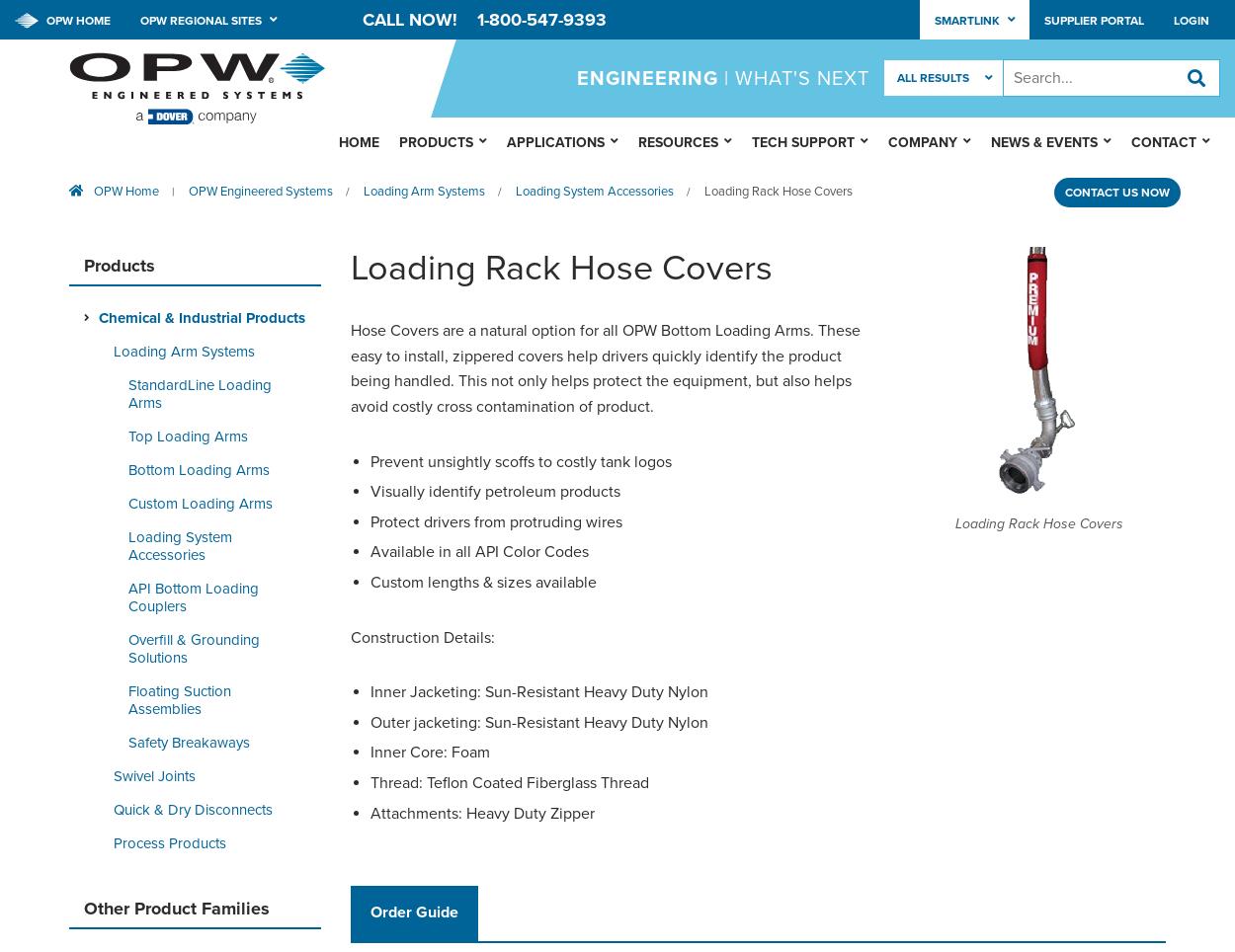  Describe the element at coordinates (188, 742) in the screenshot. I see `'Safety Breakaways'` at that location.